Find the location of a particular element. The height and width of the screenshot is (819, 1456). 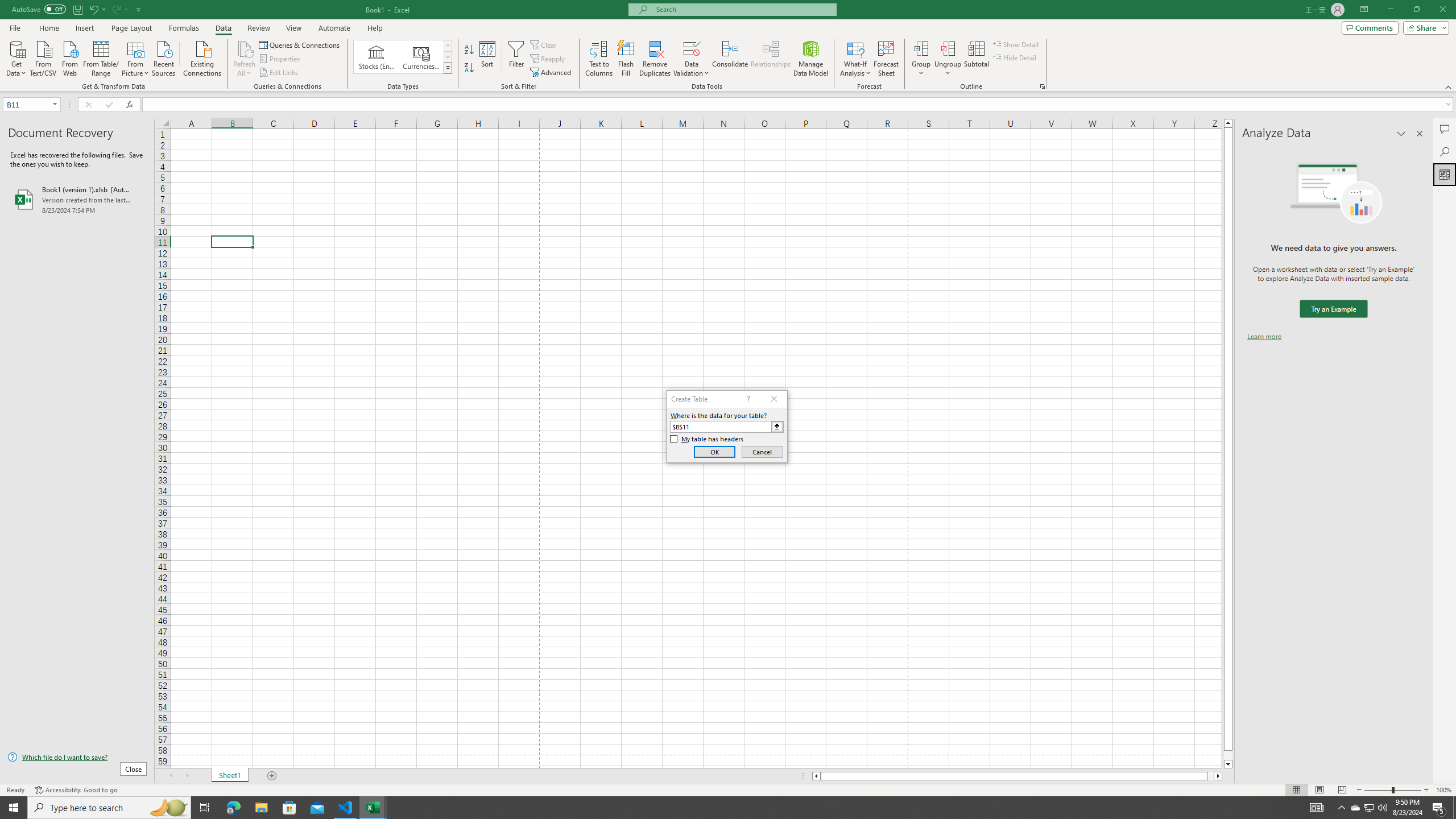

'Filter' is located at coordinates (515, 59).